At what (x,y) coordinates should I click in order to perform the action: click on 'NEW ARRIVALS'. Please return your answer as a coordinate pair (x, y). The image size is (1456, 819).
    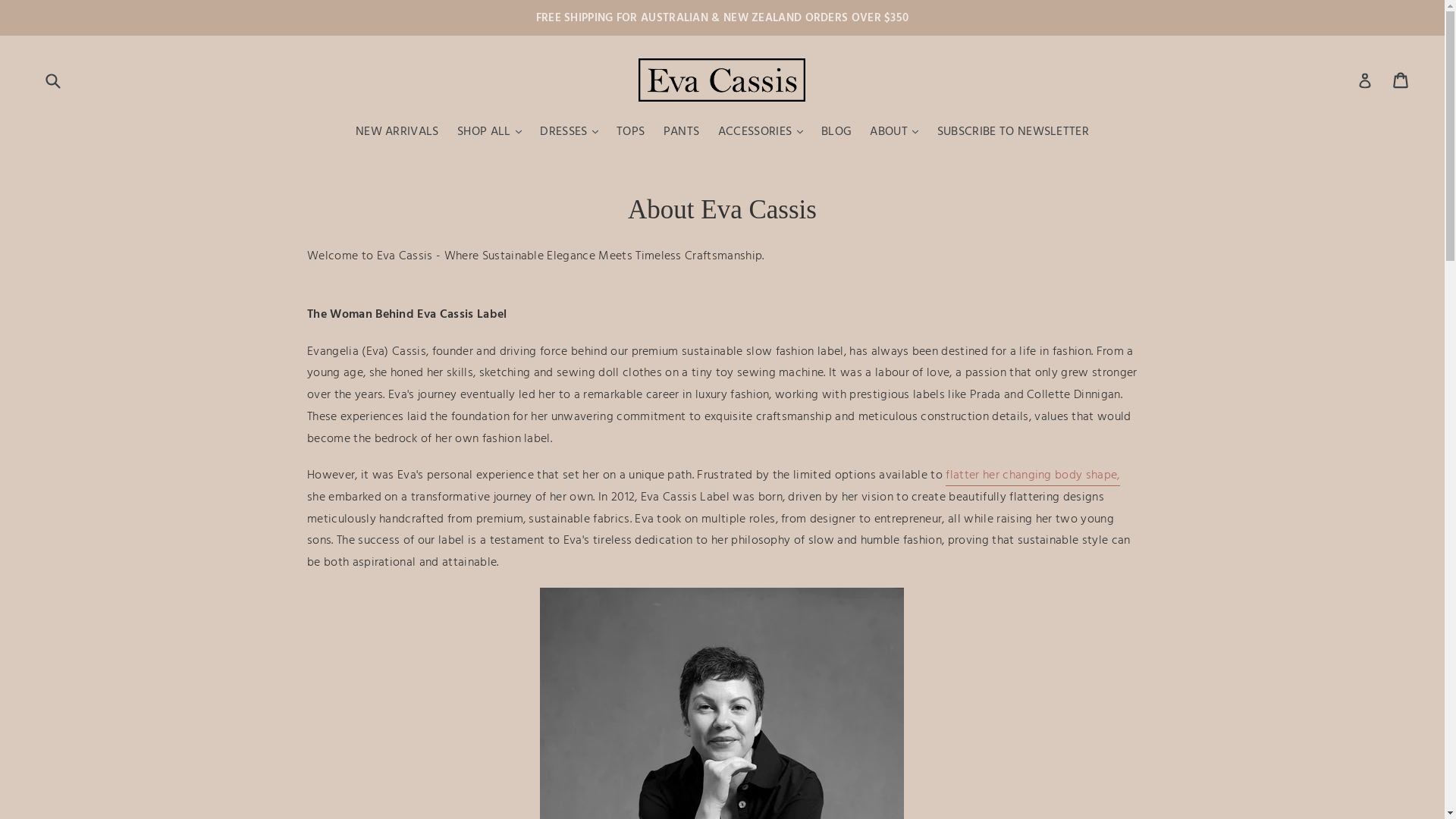
    Looking at the image, I should click on (397, 131).